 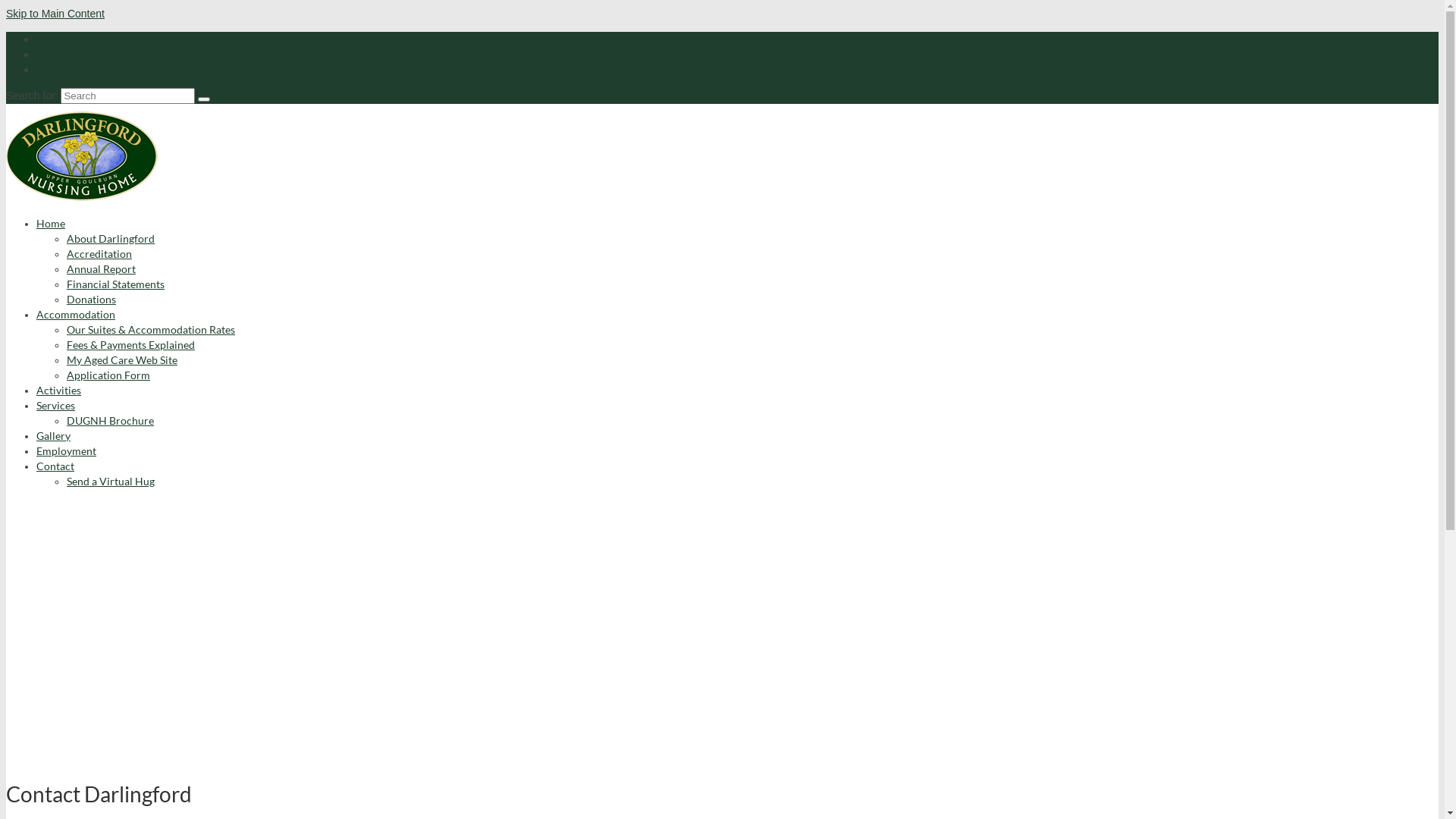 I want to click on 'Donations', so click(x=90, y=299).